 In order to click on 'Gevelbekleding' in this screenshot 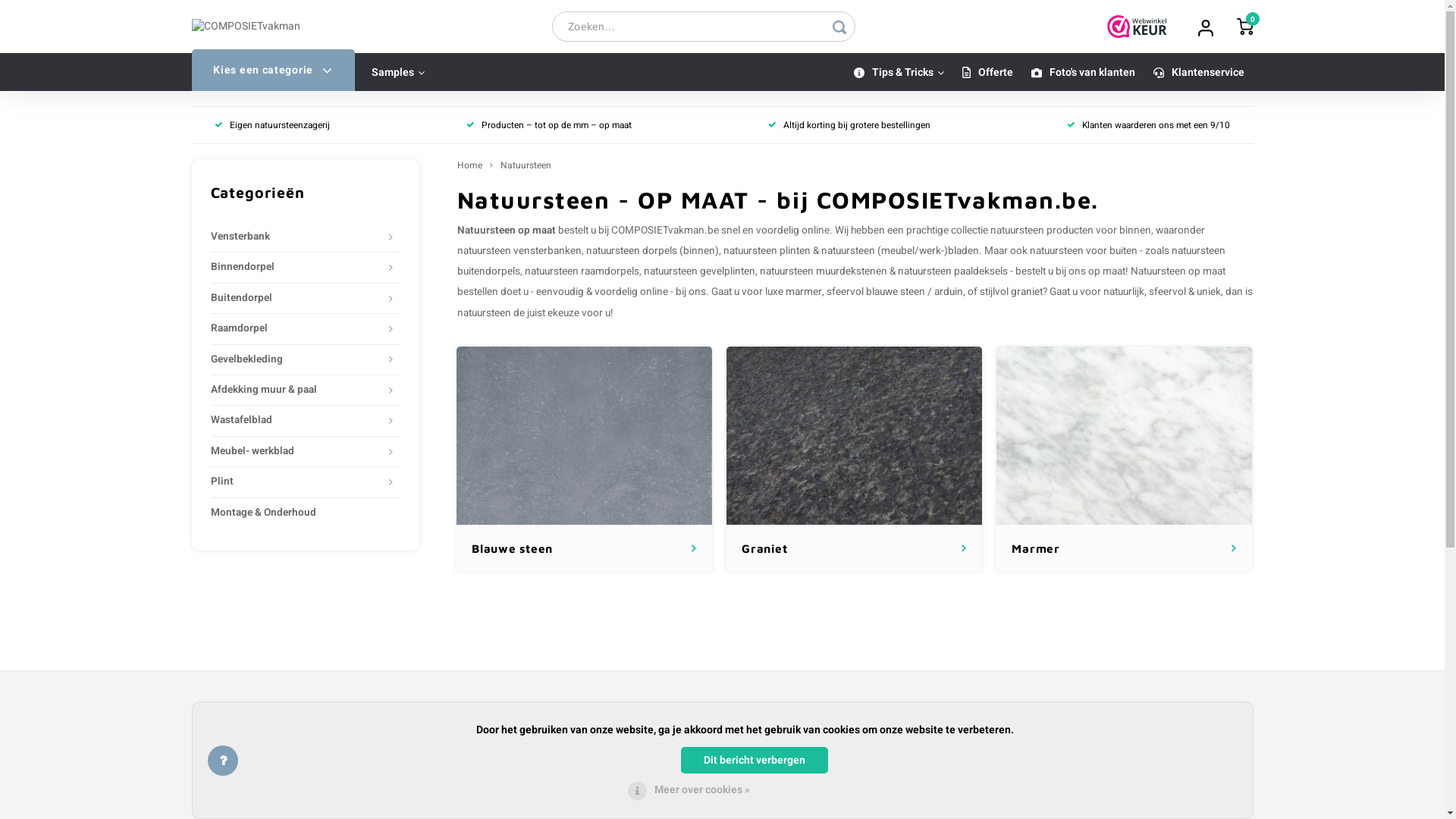, I will do `click(296, 359)`.